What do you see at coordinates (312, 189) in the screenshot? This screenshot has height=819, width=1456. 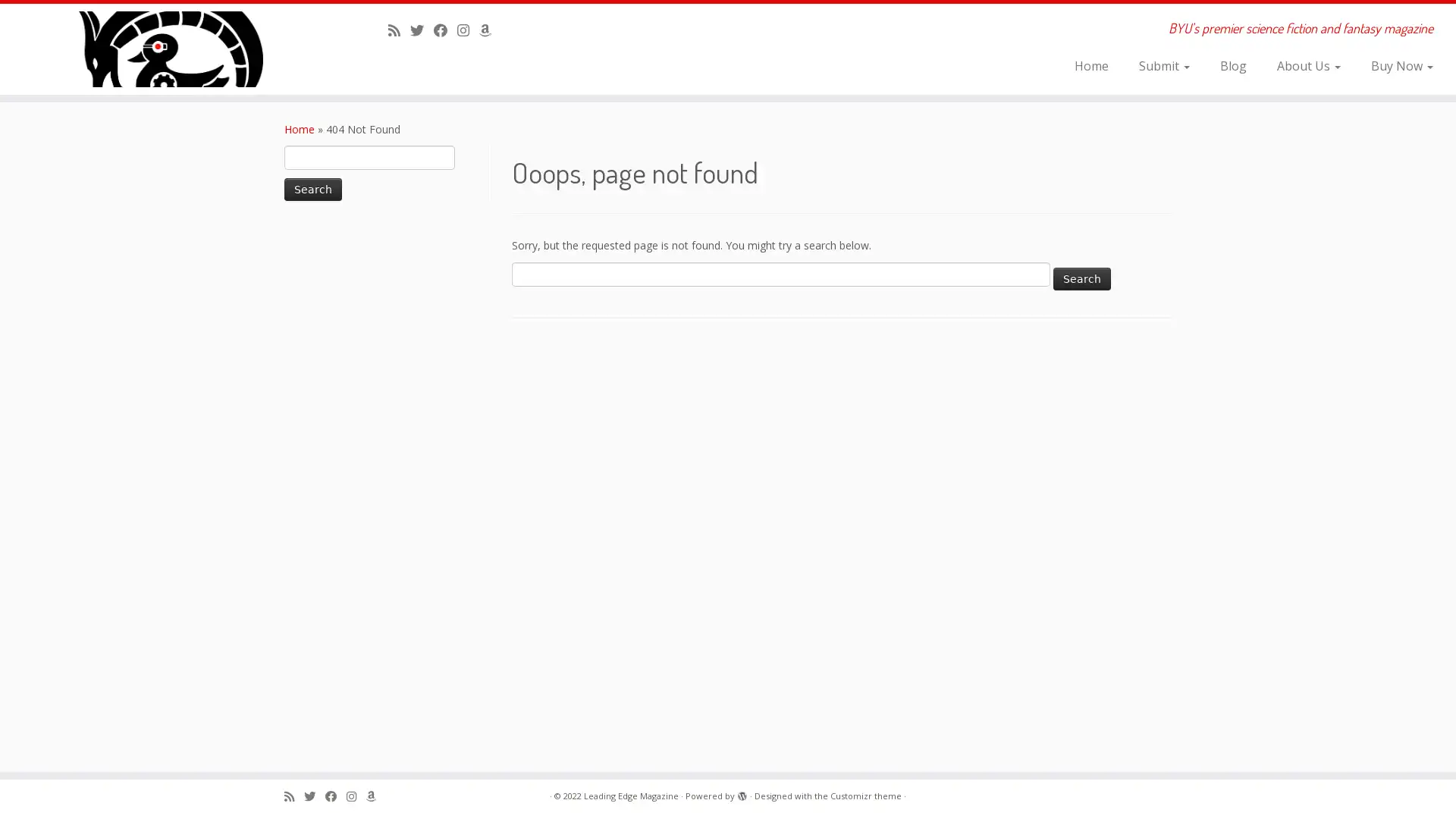 I see `Search` at bounding box center [312, 189].